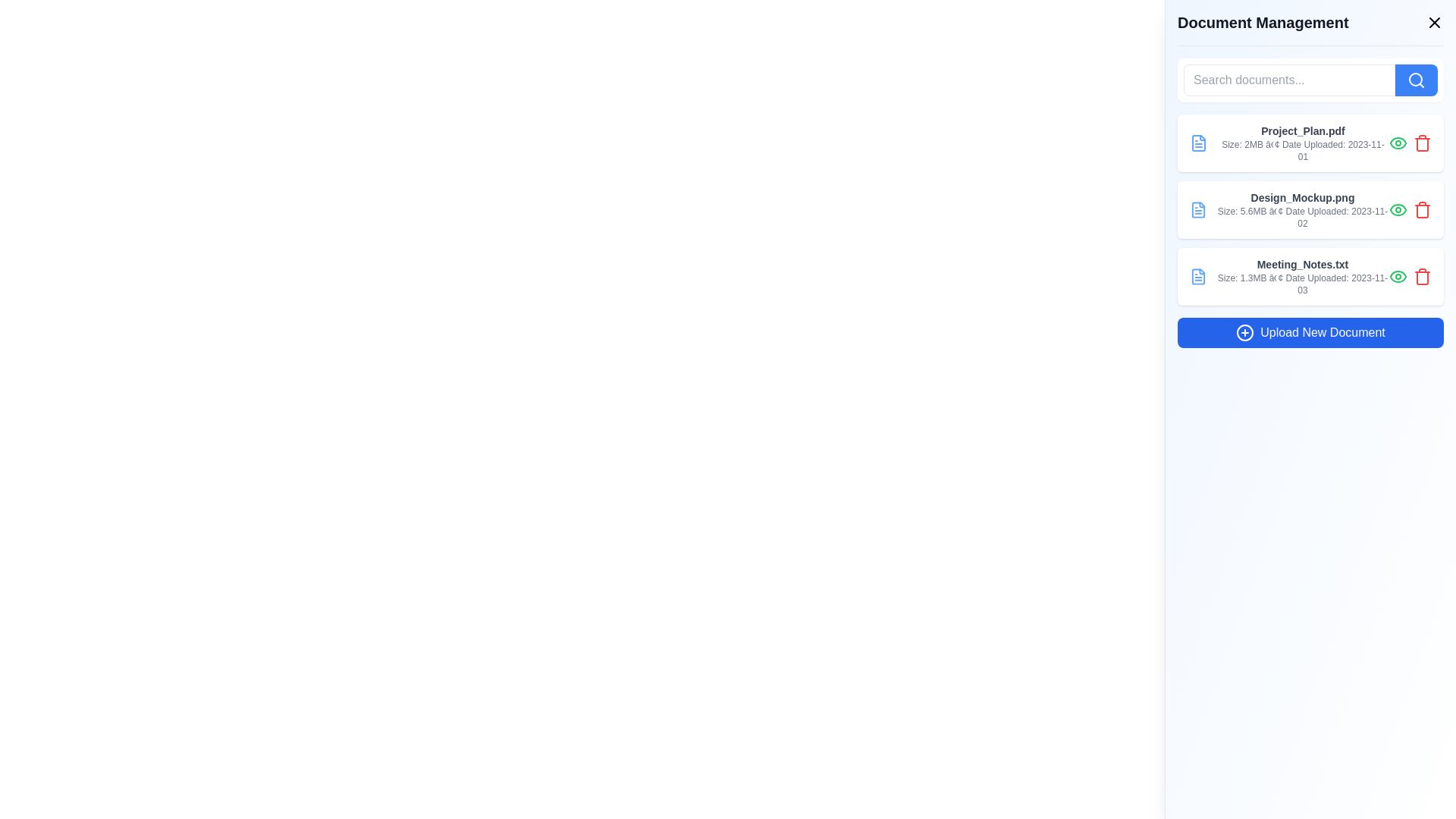  I want to click on the red trash icon button, which serves as the delete button, so click(1422, 143).